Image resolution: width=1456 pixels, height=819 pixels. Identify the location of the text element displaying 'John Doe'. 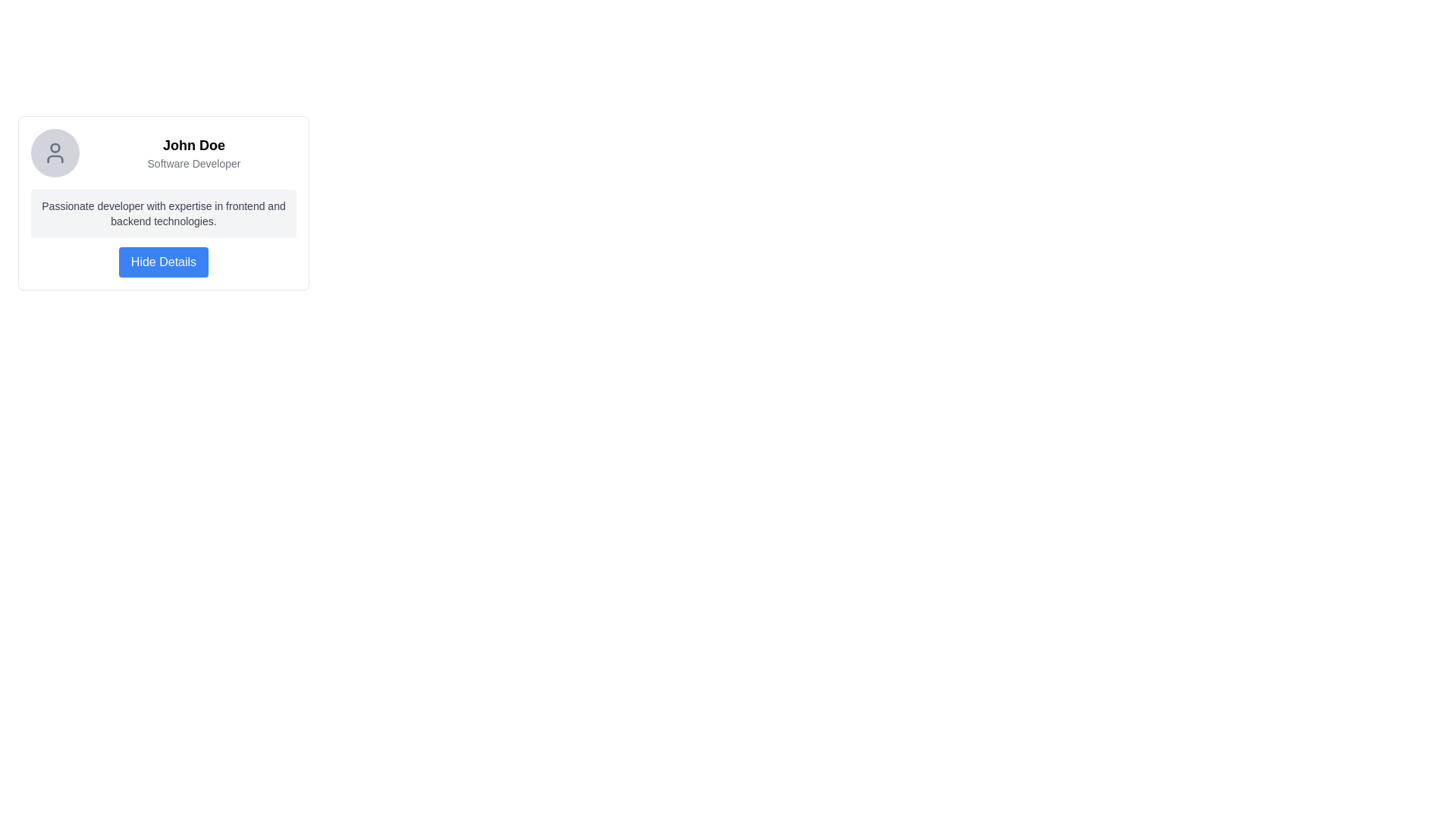
(164, 152).